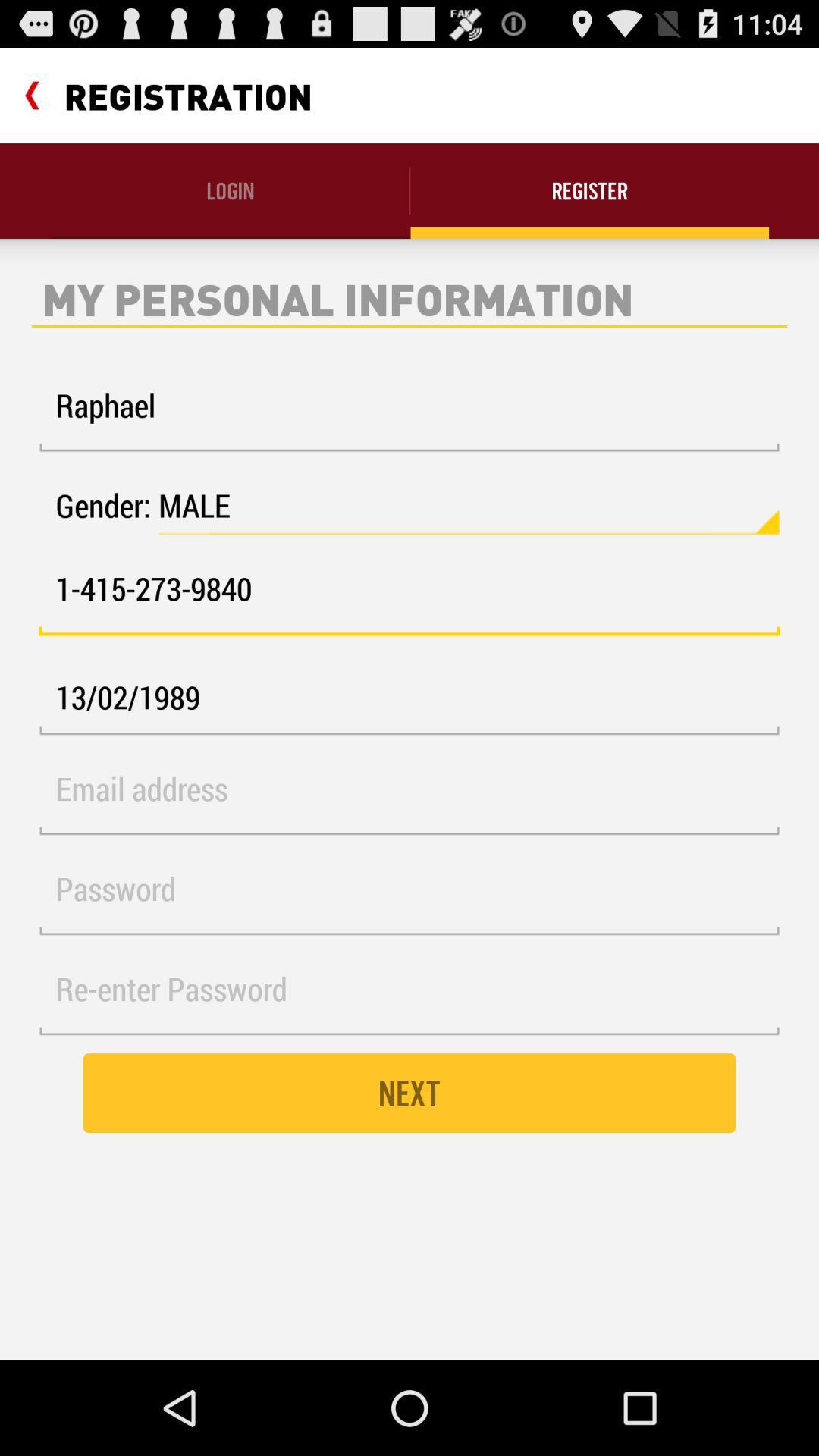 Image resolution: width=819 pixels, height=1456 pixels. Describe the element at coordinates (409, 597) in the screenshot. I see `the 1 415 273 icon` at that location.